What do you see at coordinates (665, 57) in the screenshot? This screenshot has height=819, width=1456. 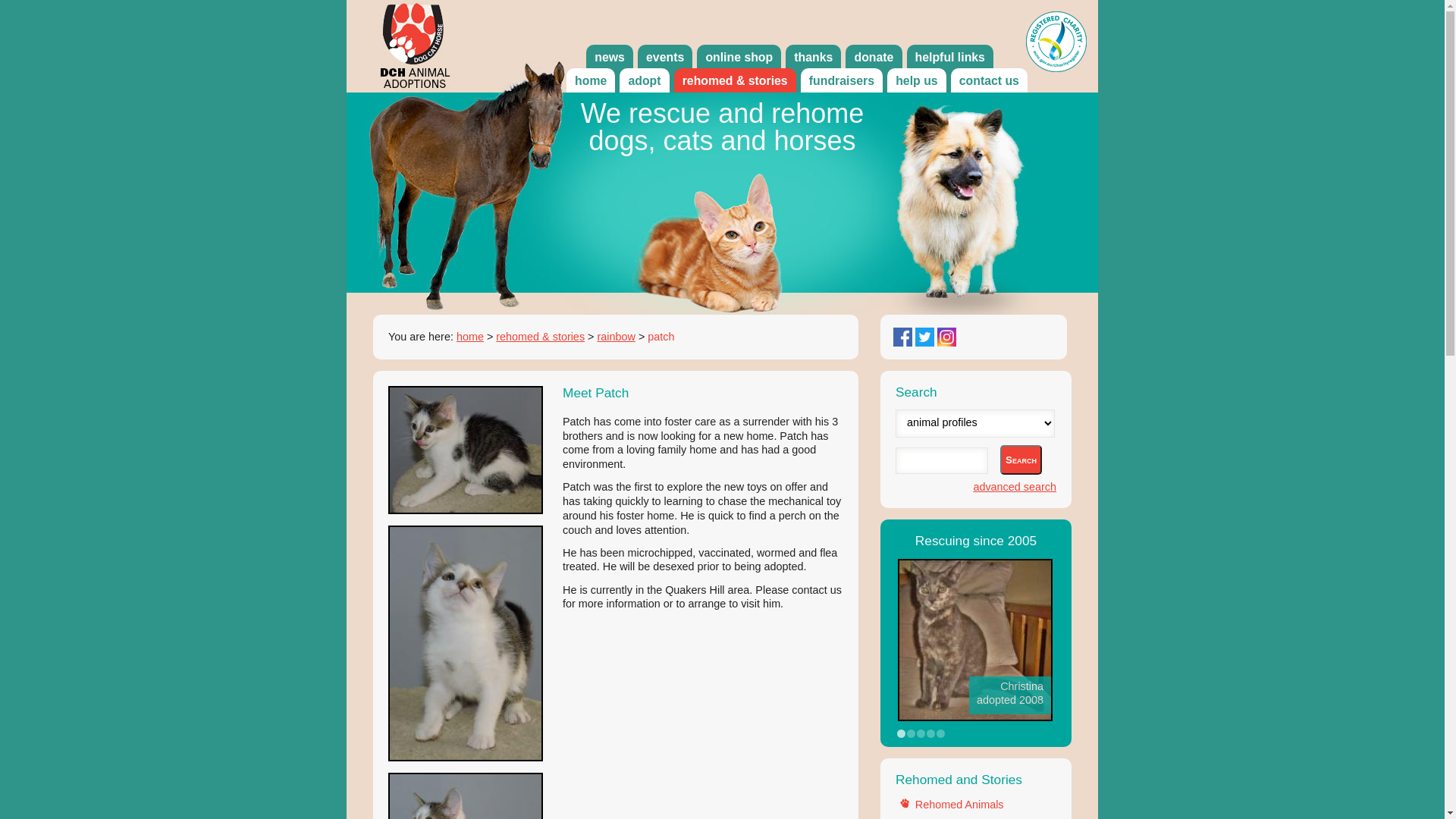 I see `'events'` at bounding box center [665, 57].